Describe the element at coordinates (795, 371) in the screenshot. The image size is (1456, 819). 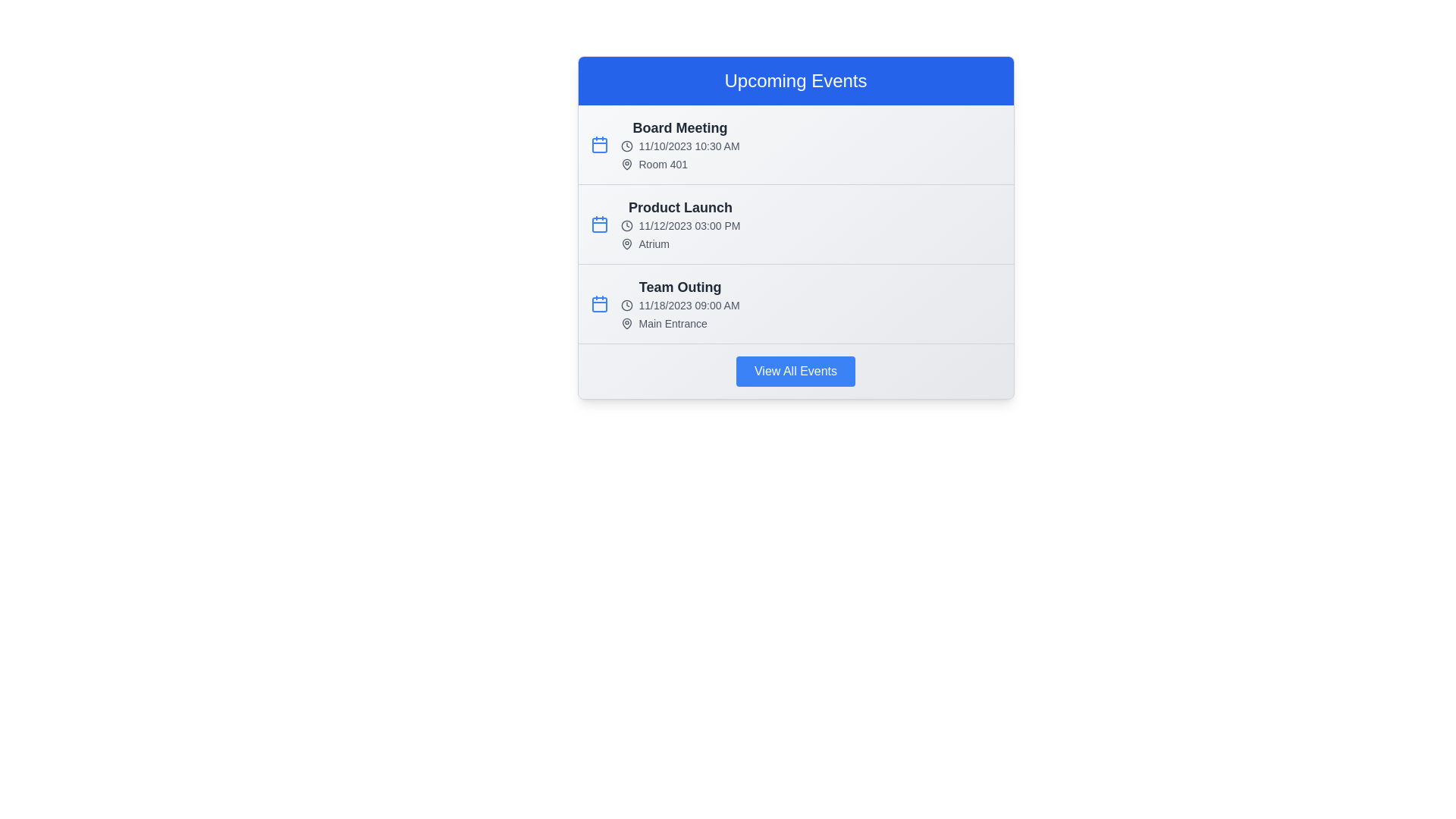
I see `the 'View All Events' button located at the bottom center of the 'Upcoming Events' card` at that location.